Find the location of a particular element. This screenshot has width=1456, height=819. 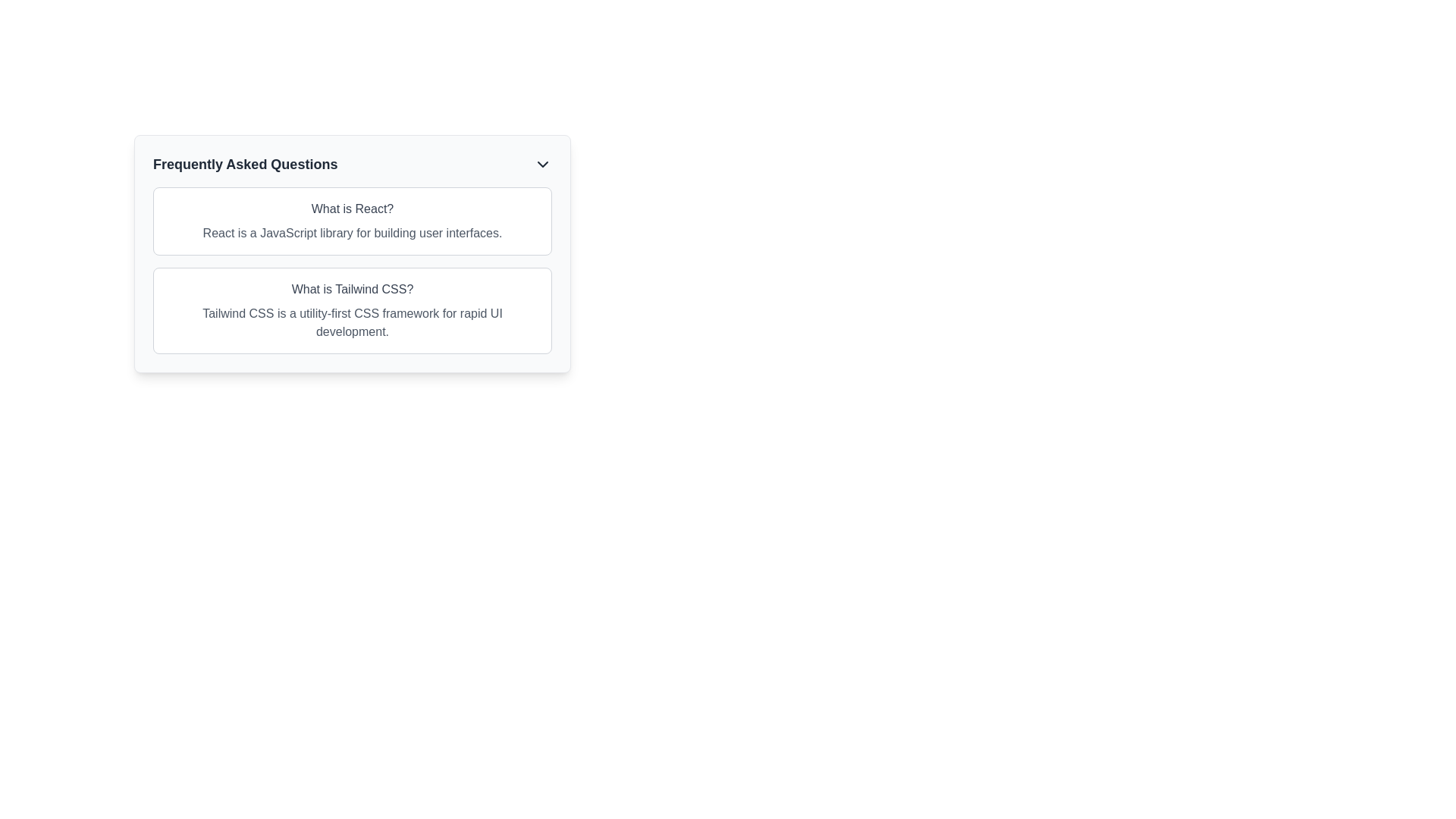

the text label that serves as a header for the FAQs section is located at coordinates (245, 164).